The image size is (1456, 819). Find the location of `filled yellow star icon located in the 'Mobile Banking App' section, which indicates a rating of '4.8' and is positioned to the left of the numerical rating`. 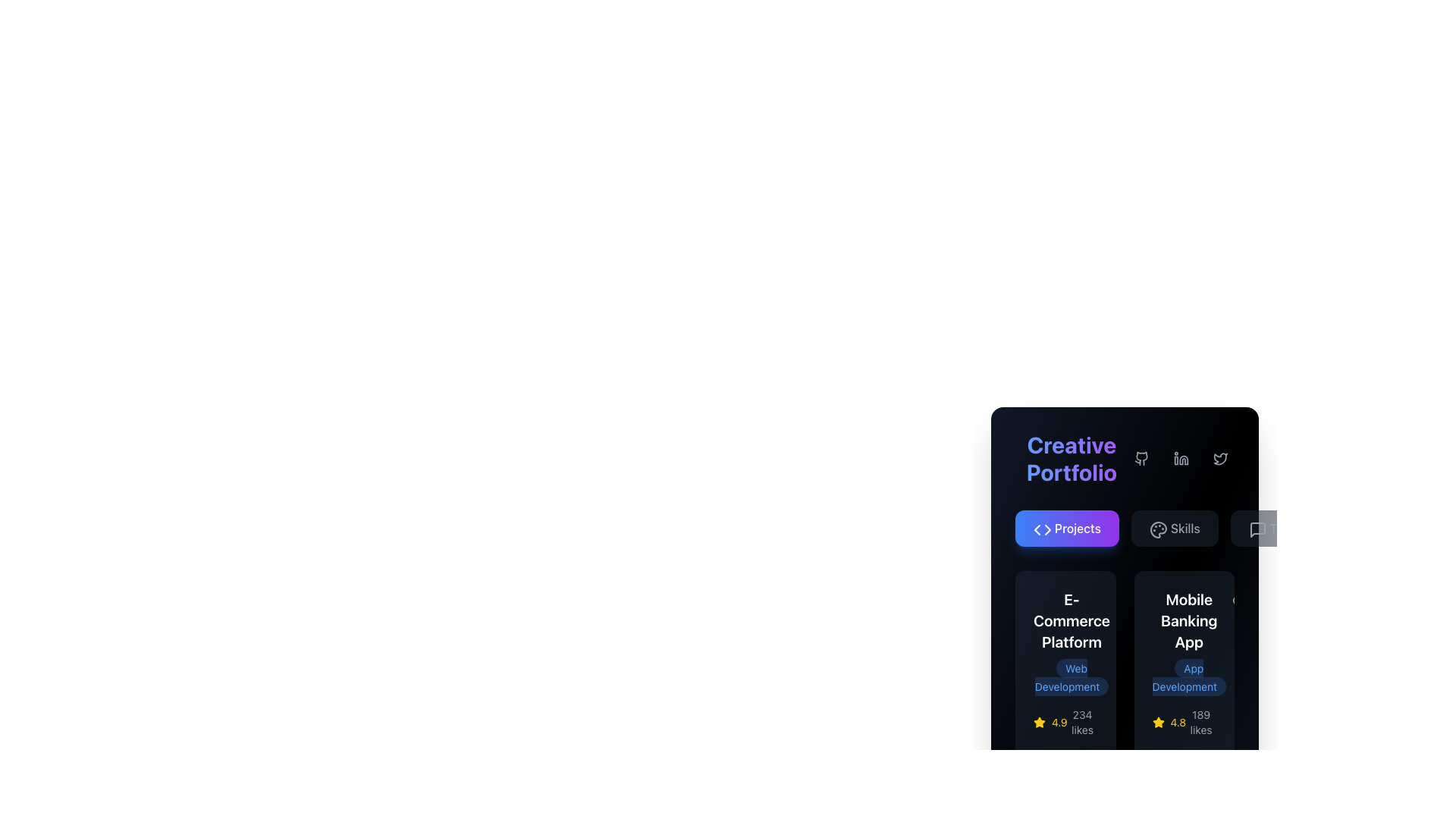

filled yellow star icon located in the 'Mobile Banking App' section, which indicates a rating of '4.8' and is positioned to the left of the numerical rating is located at coordinates (1157, 721).